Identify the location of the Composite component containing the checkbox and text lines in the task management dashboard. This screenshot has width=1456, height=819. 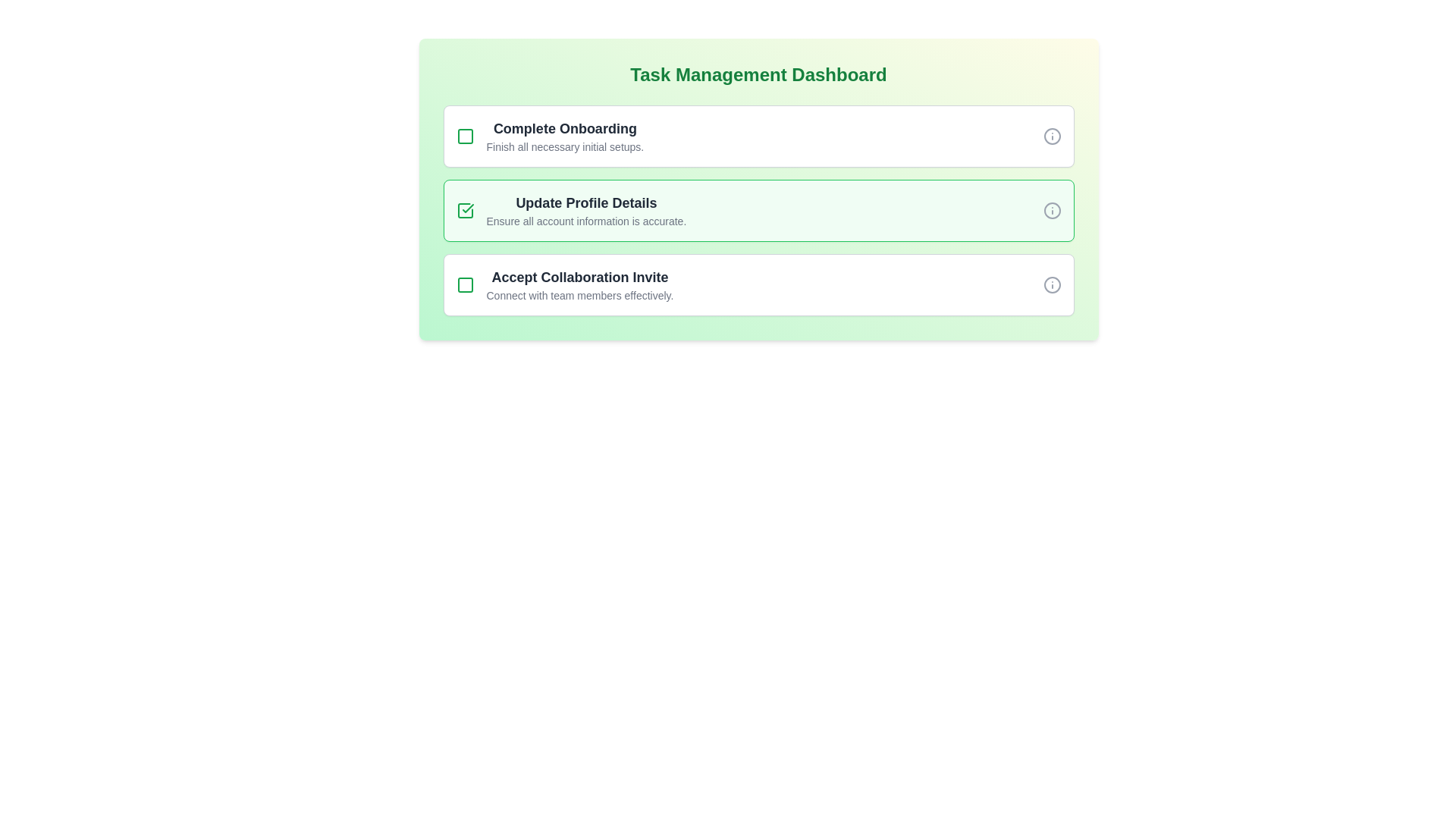
(570, 210).